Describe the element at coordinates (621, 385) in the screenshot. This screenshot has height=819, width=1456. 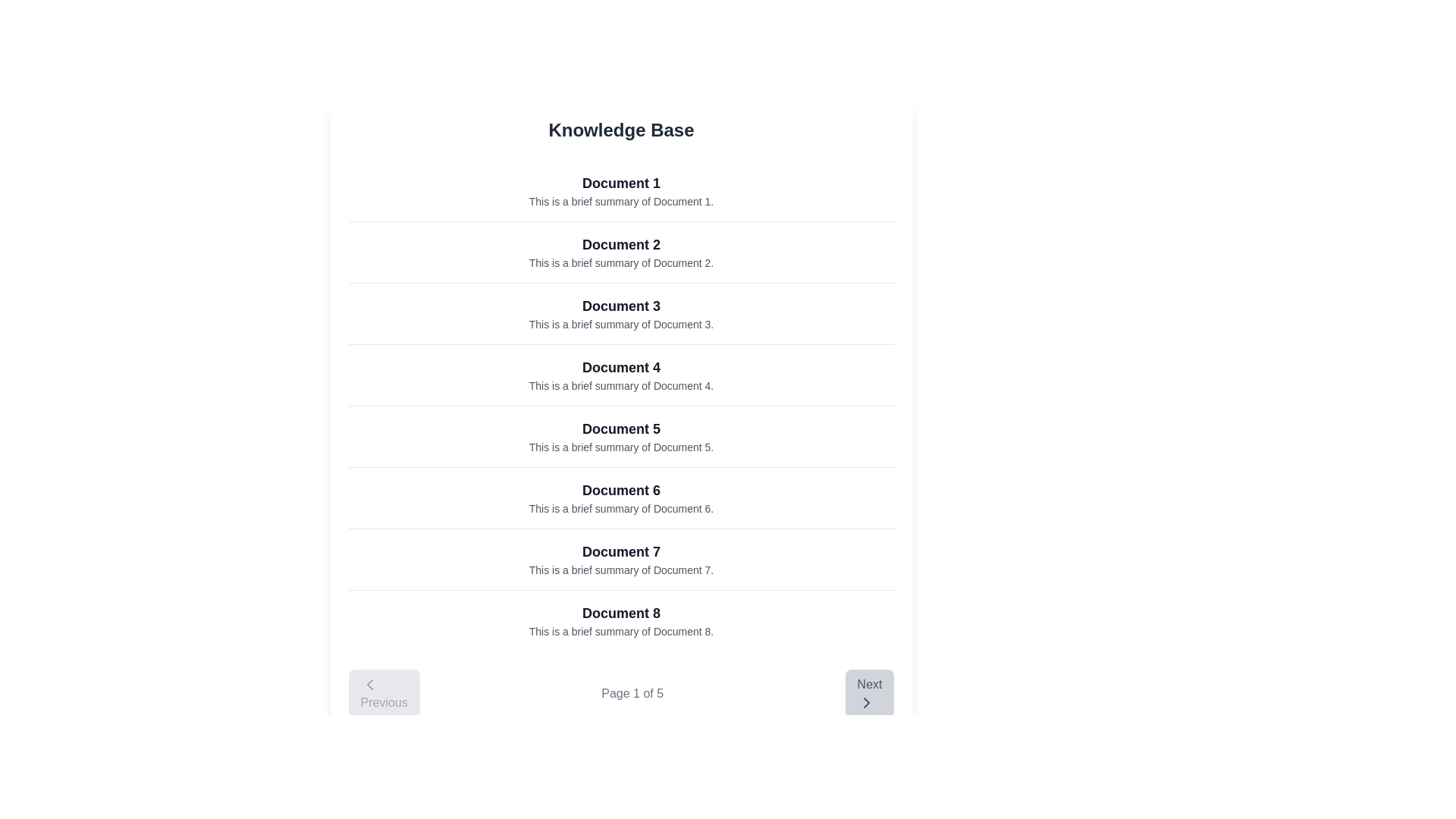
I see `the text label that provides a summary for 'Document 4', located directly below the 'Document 4' heading` at that location.